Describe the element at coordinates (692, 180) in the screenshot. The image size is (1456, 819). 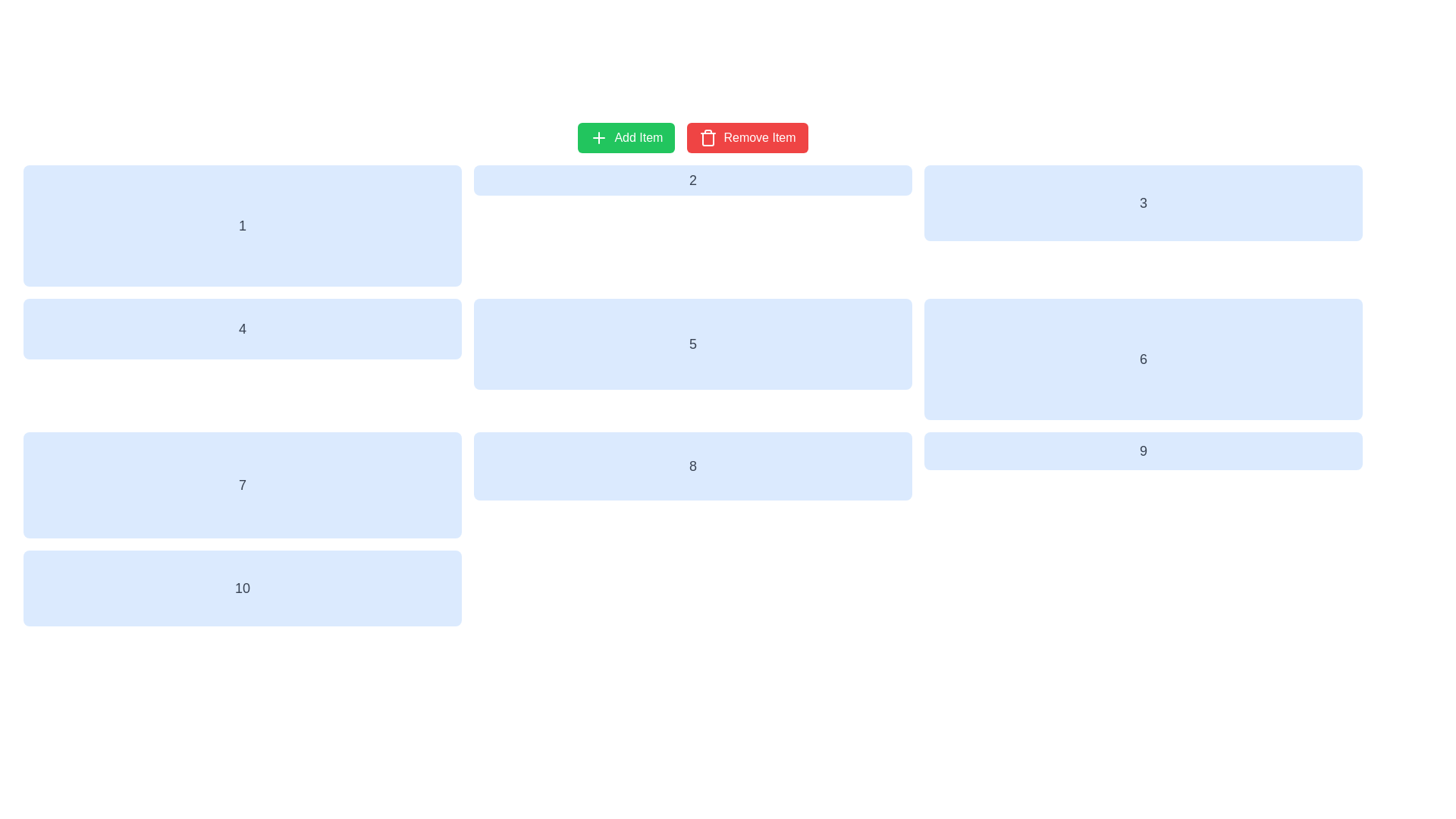
I see `the light blue rectangular label containing the numeral '2' in dark gray text, which is the second element in a grid layout` at that location.